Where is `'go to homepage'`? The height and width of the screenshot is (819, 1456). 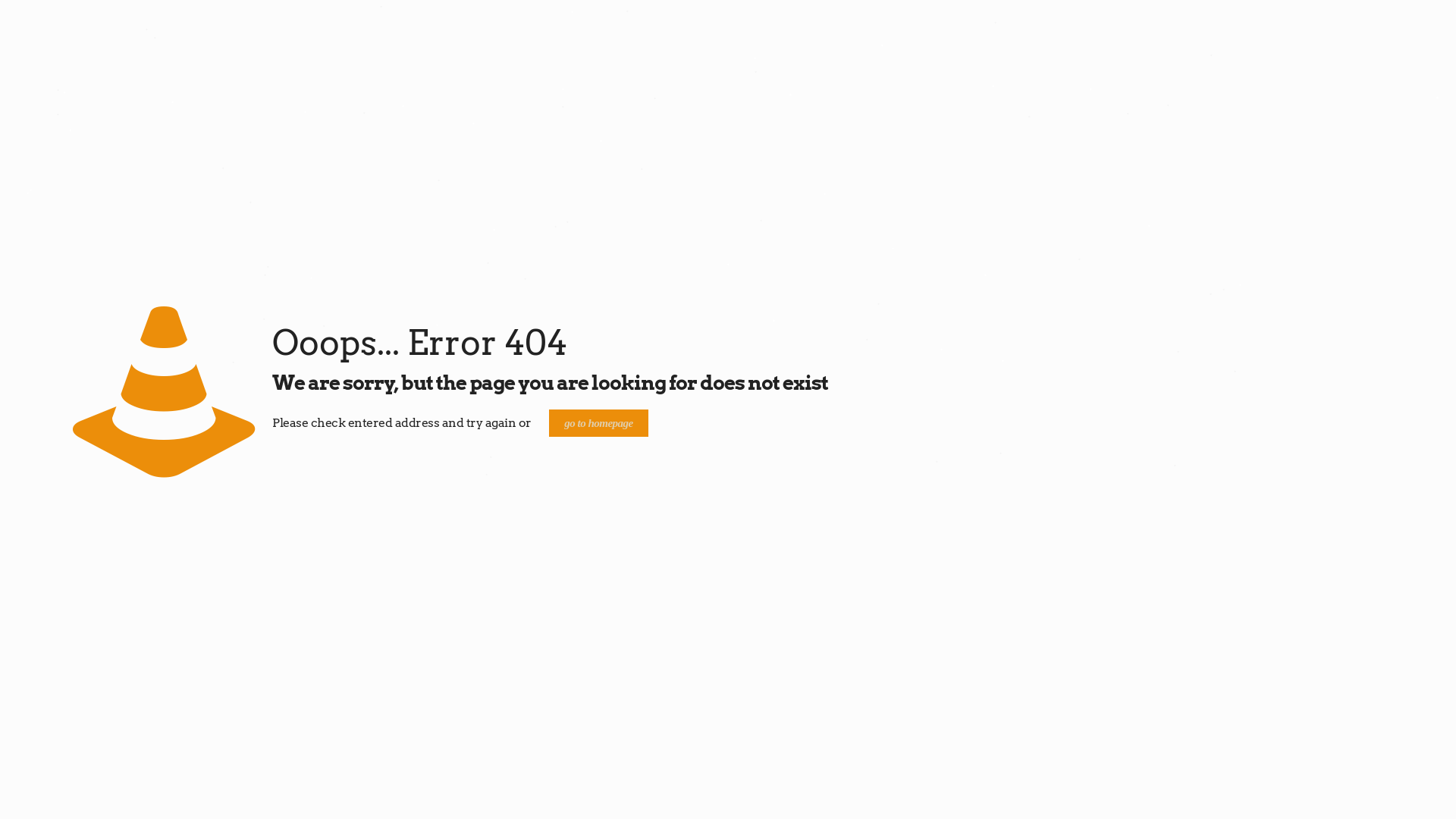 'go to homepage' is located at coordinates (548, 423).